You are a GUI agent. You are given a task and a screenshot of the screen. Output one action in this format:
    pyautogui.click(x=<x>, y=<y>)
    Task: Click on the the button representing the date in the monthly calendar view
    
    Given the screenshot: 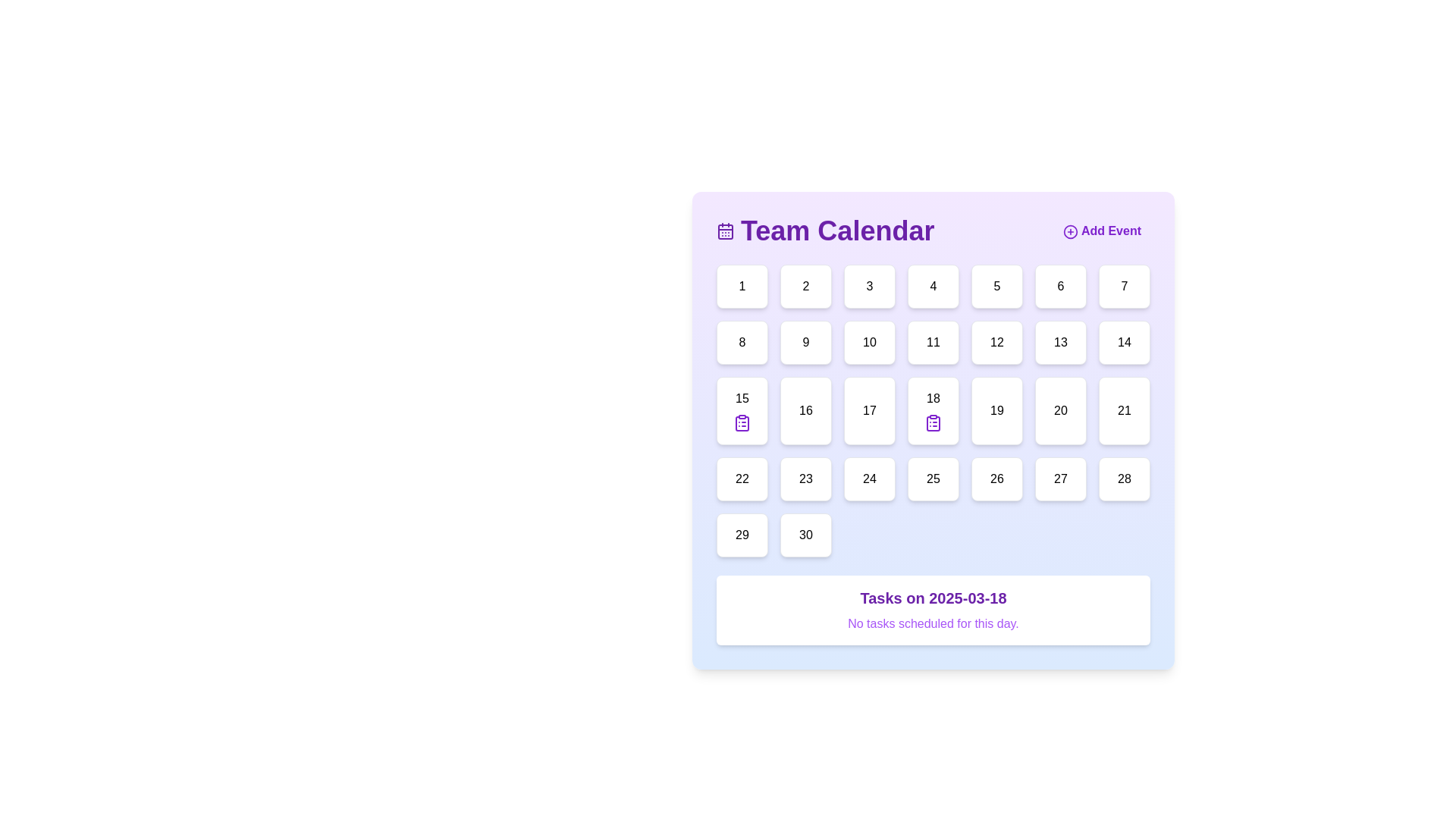 What is the action you would take?
    pyautogui.click(x=742, y=534)
    